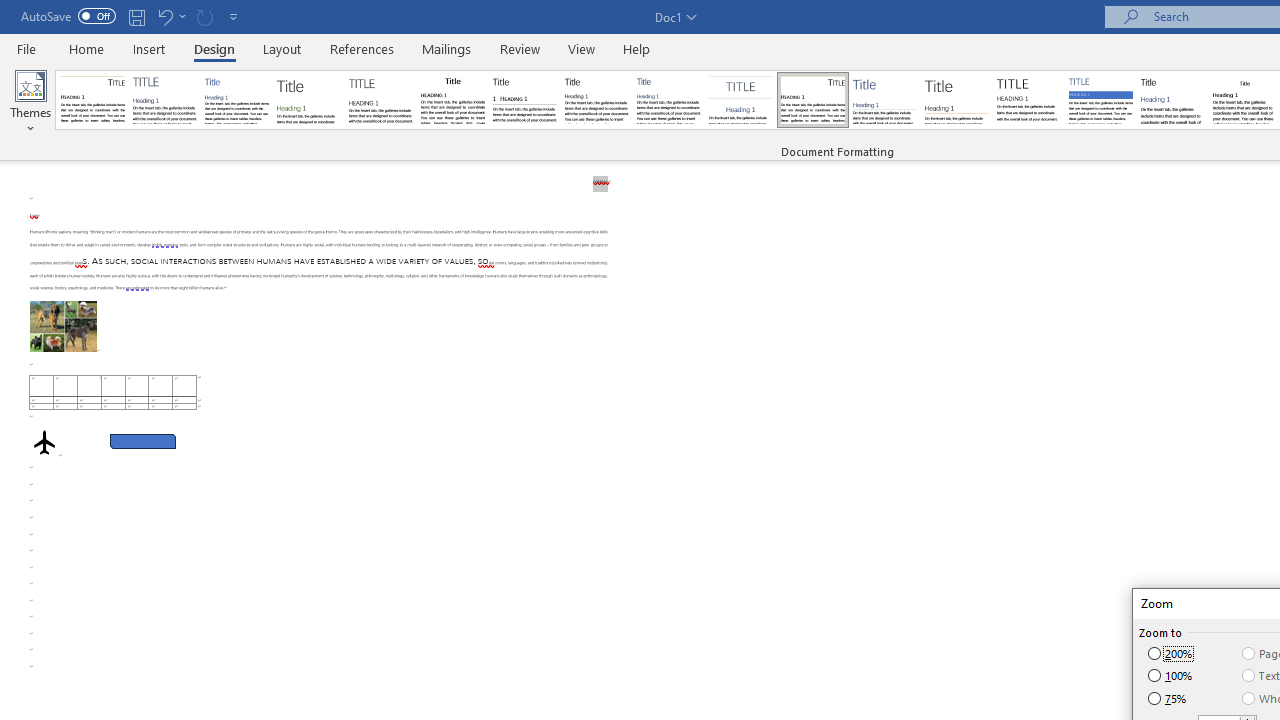 The image size is (1280, 720). I want to click on 'Shaded', so click(1099, 100).